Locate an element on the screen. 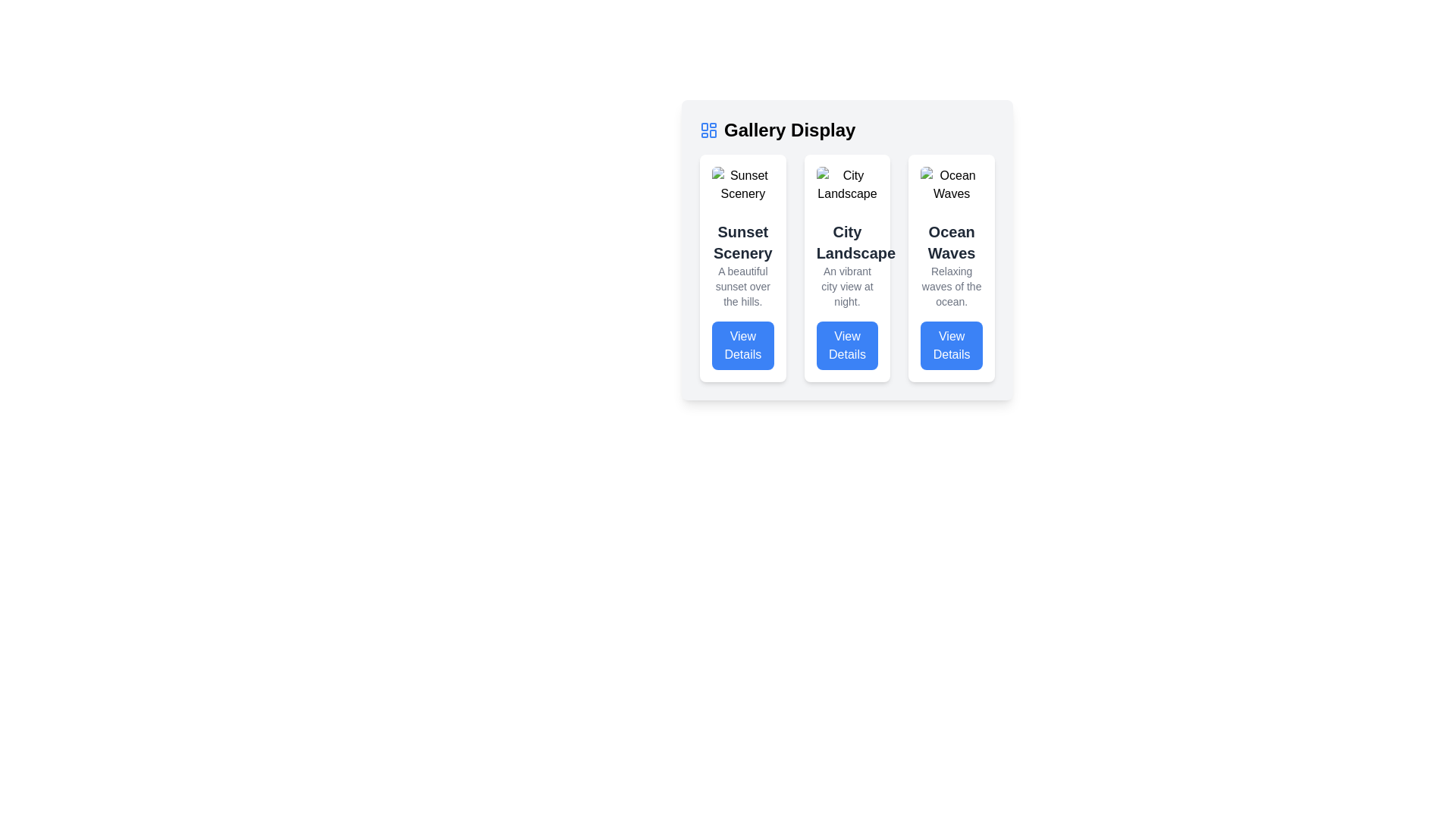 The height and width of the screenshot is (819, 1456). the graphical icon section located in the top-left corner of the grid layout, adjacent to the 'Gallery Display' heading is located at coordinates (704, 126).